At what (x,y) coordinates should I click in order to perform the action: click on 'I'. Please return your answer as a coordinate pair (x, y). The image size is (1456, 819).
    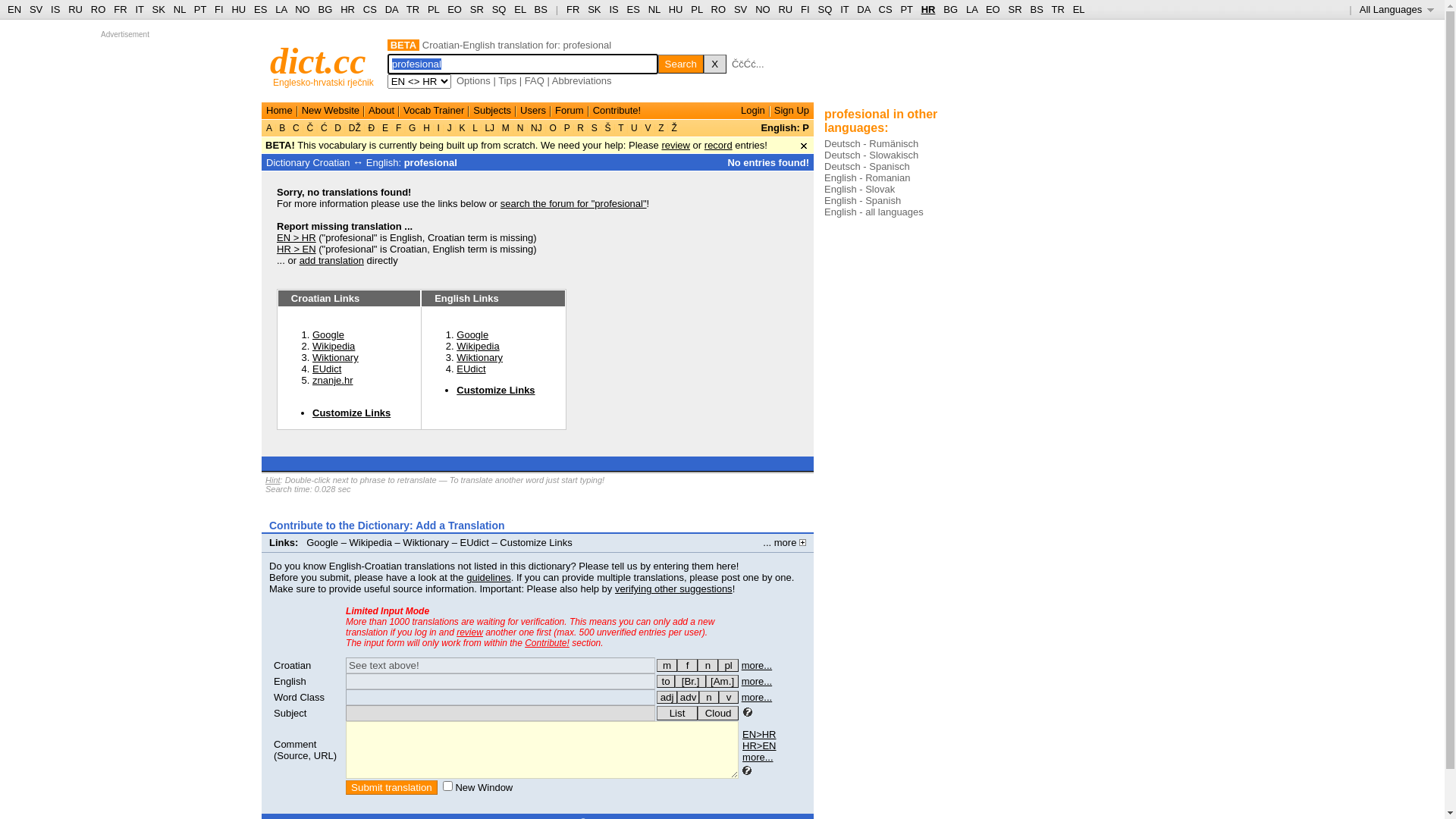
    Looking at the image, I should click on (437, 127).